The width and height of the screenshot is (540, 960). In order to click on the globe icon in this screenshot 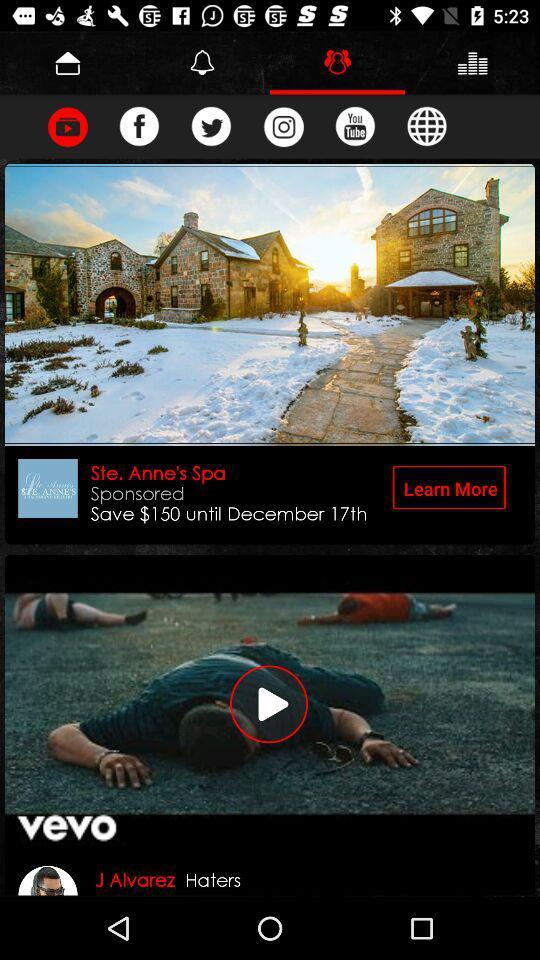, I will do `click(426, 125)`.